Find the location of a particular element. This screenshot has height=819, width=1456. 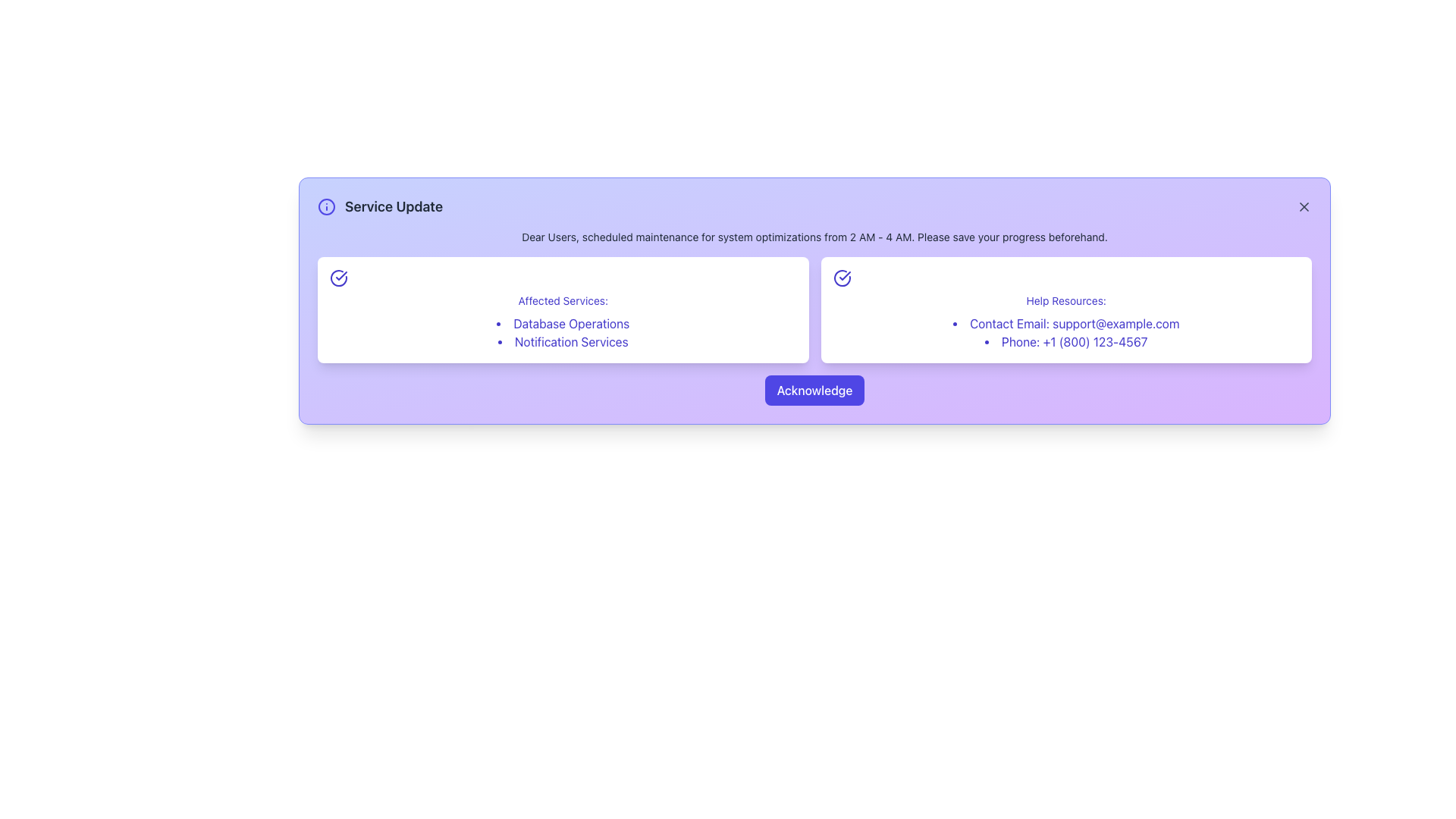

the checkmark icon that is part of an SVG graphic located inside the left highlighted box of the dialog is located at coordinates (340, 275).